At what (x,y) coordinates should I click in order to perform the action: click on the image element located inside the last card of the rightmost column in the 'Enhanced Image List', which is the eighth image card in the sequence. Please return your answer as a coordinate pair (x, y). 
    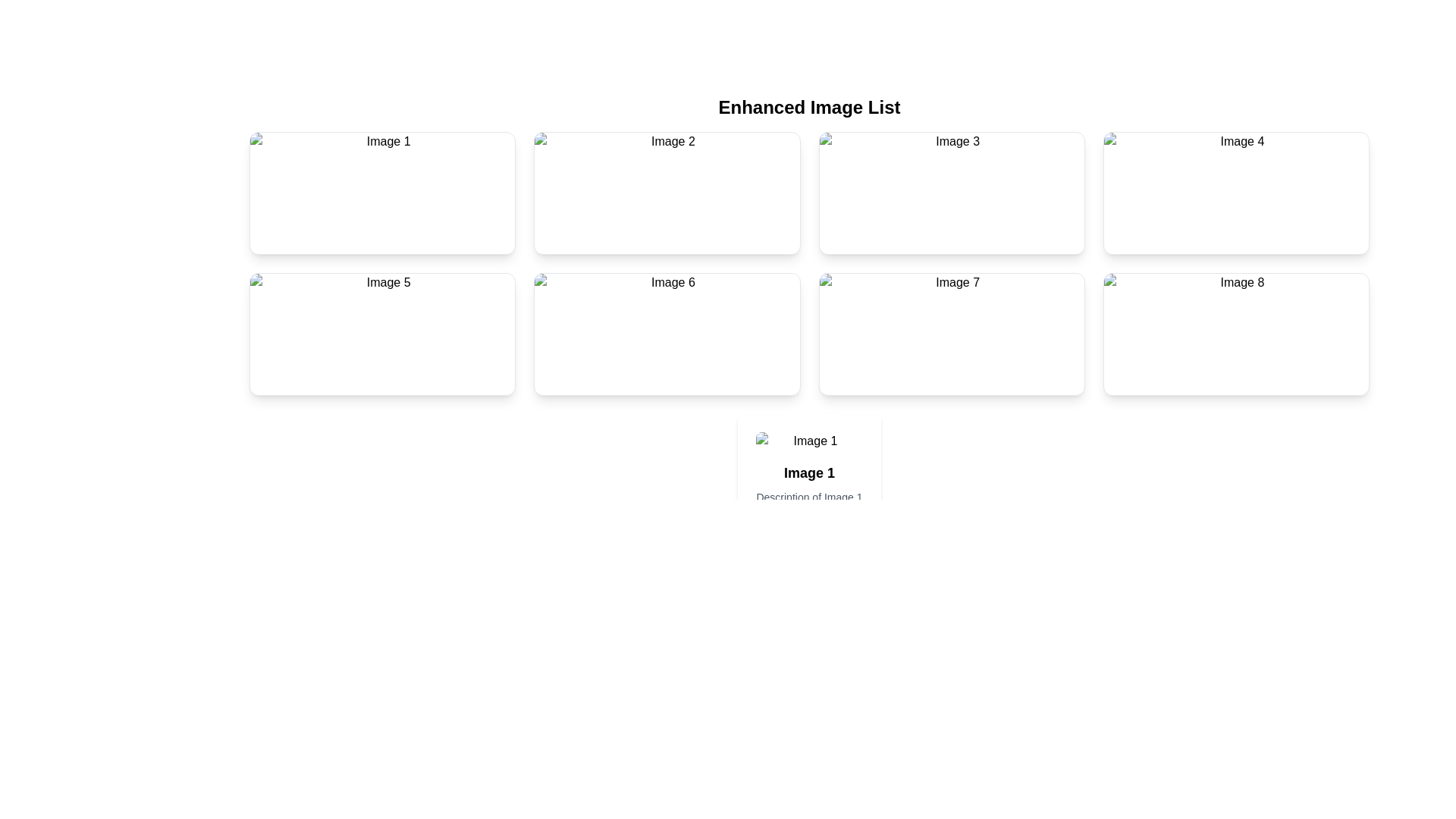
    Looking at the image, I should click on (1236, 333).